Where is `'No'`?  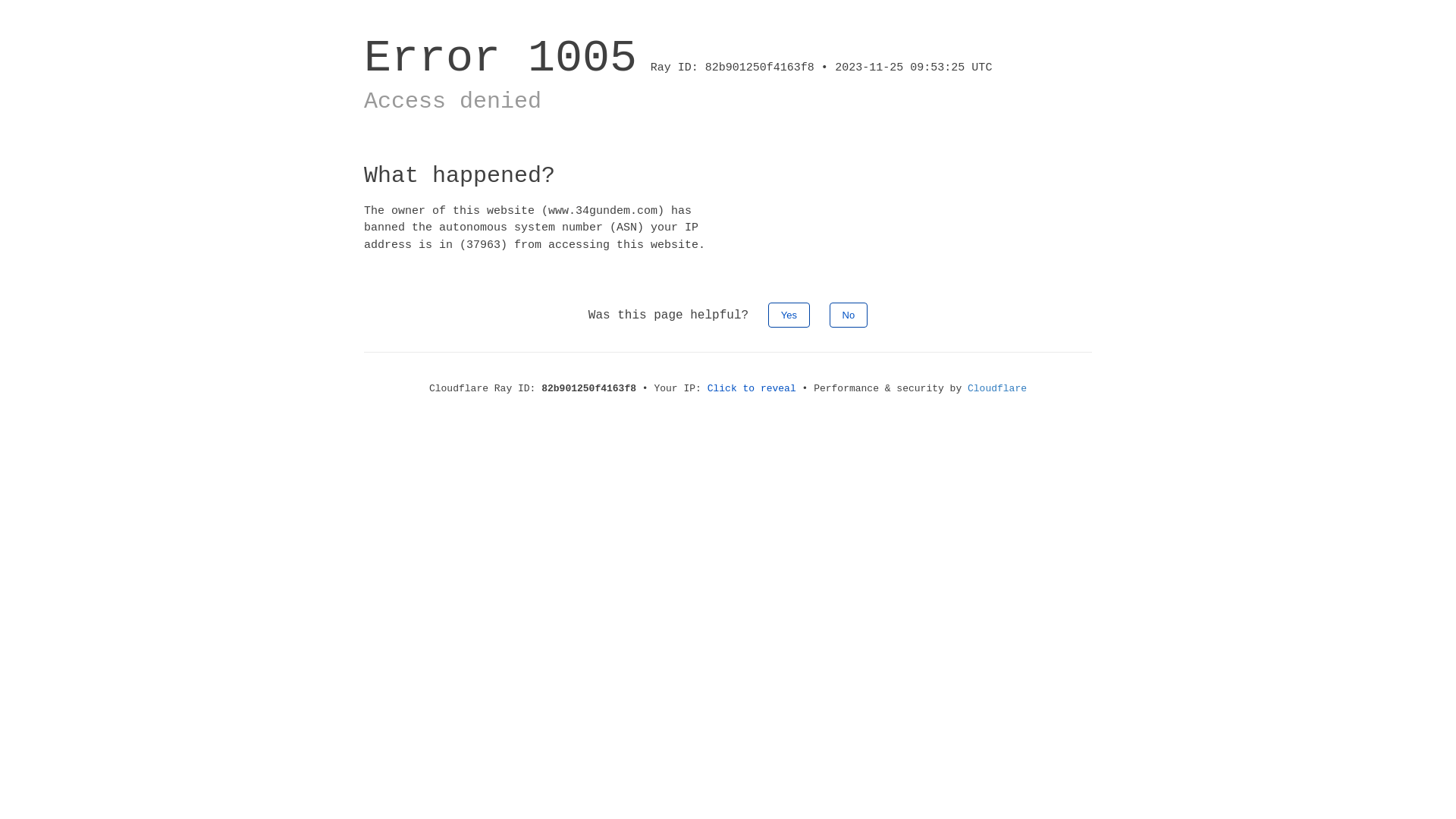
'No' is located at coordinates (848, 314).